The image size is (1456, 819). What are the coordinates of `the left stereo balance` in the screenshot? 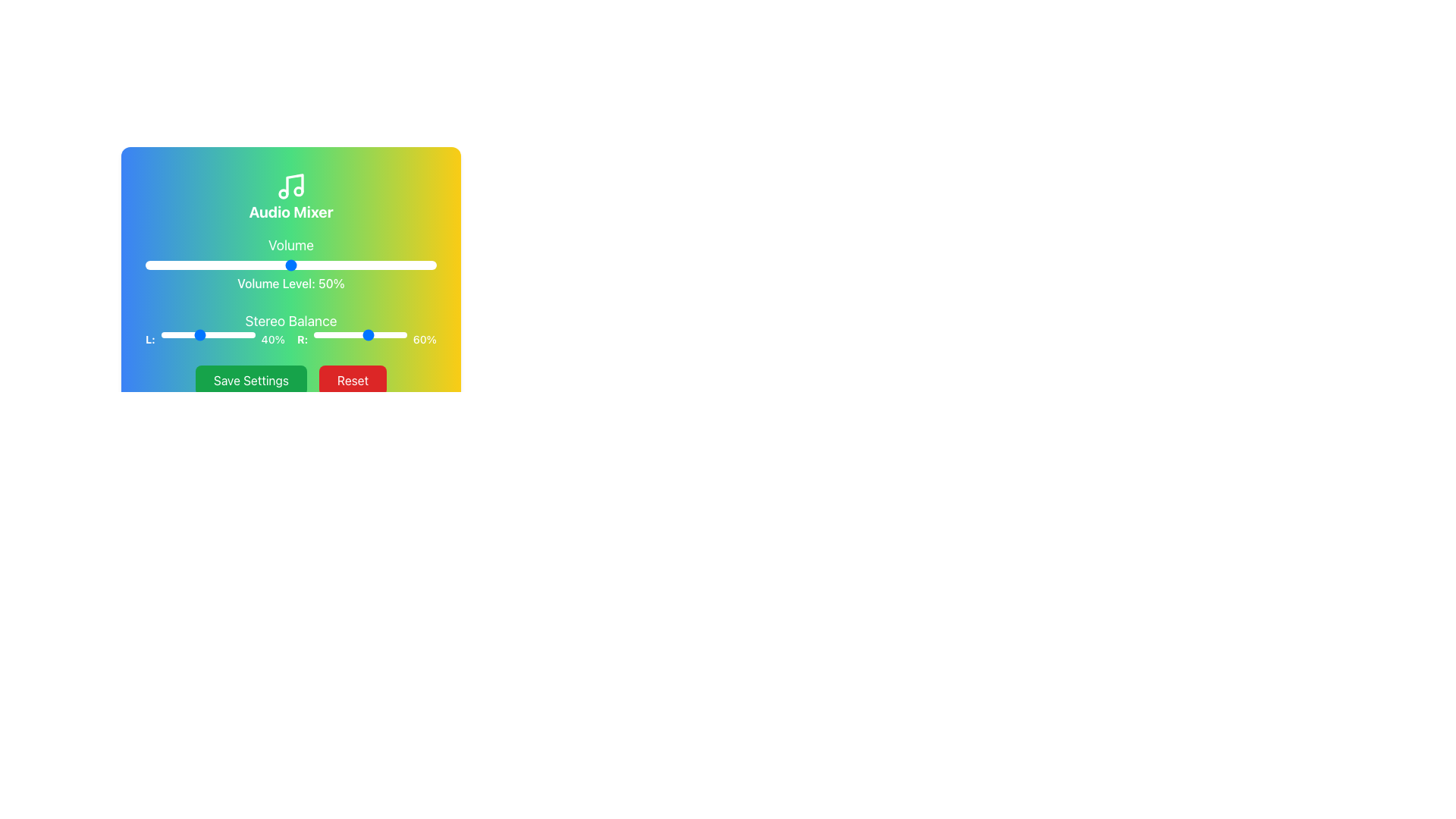 It's located at (247, 334).